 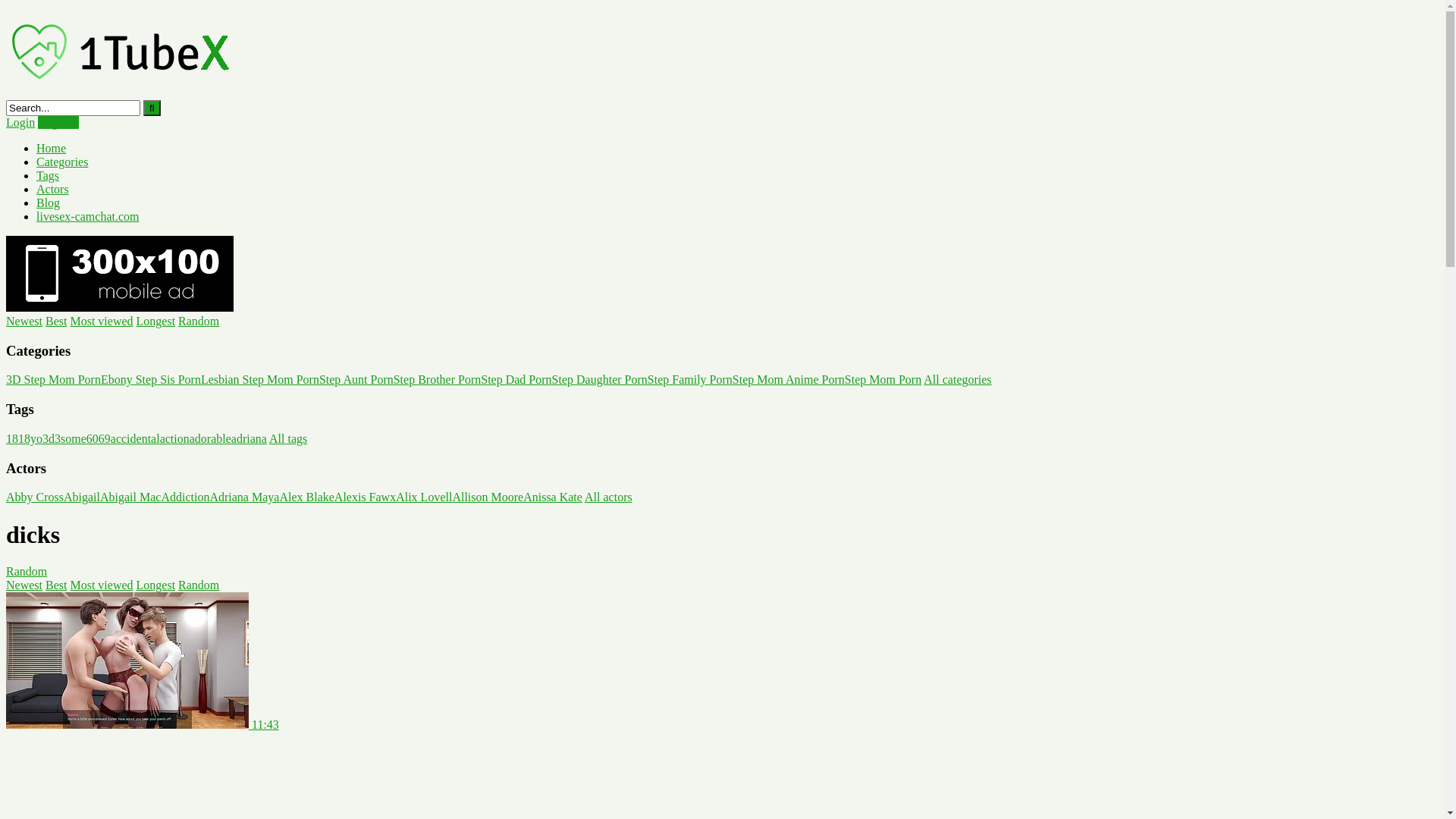 I want to click on '18', so click(x=6, y=438).